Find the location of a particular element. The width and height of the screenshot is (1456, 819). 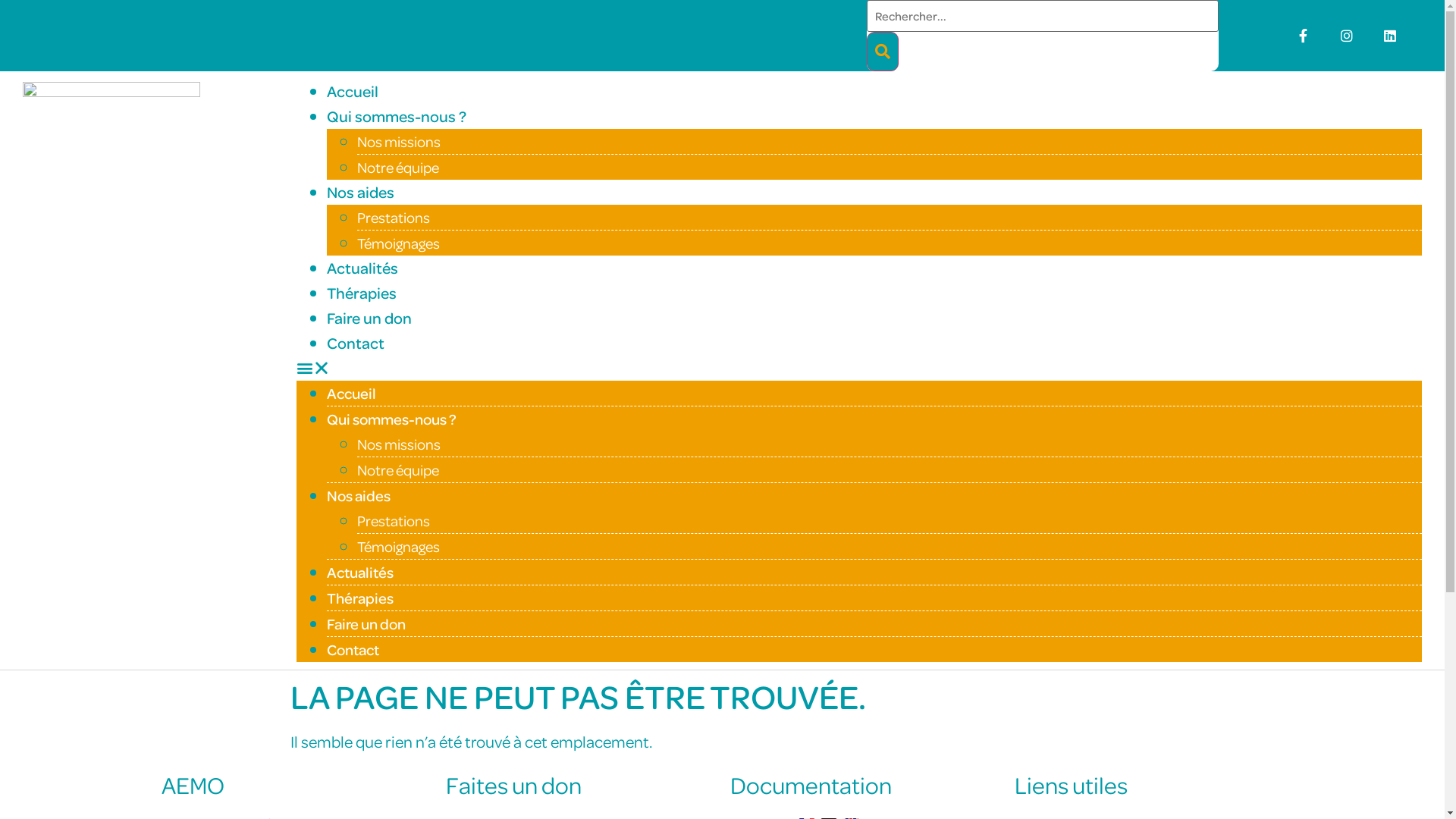

'Contact' is located at coordinates (326, 648).